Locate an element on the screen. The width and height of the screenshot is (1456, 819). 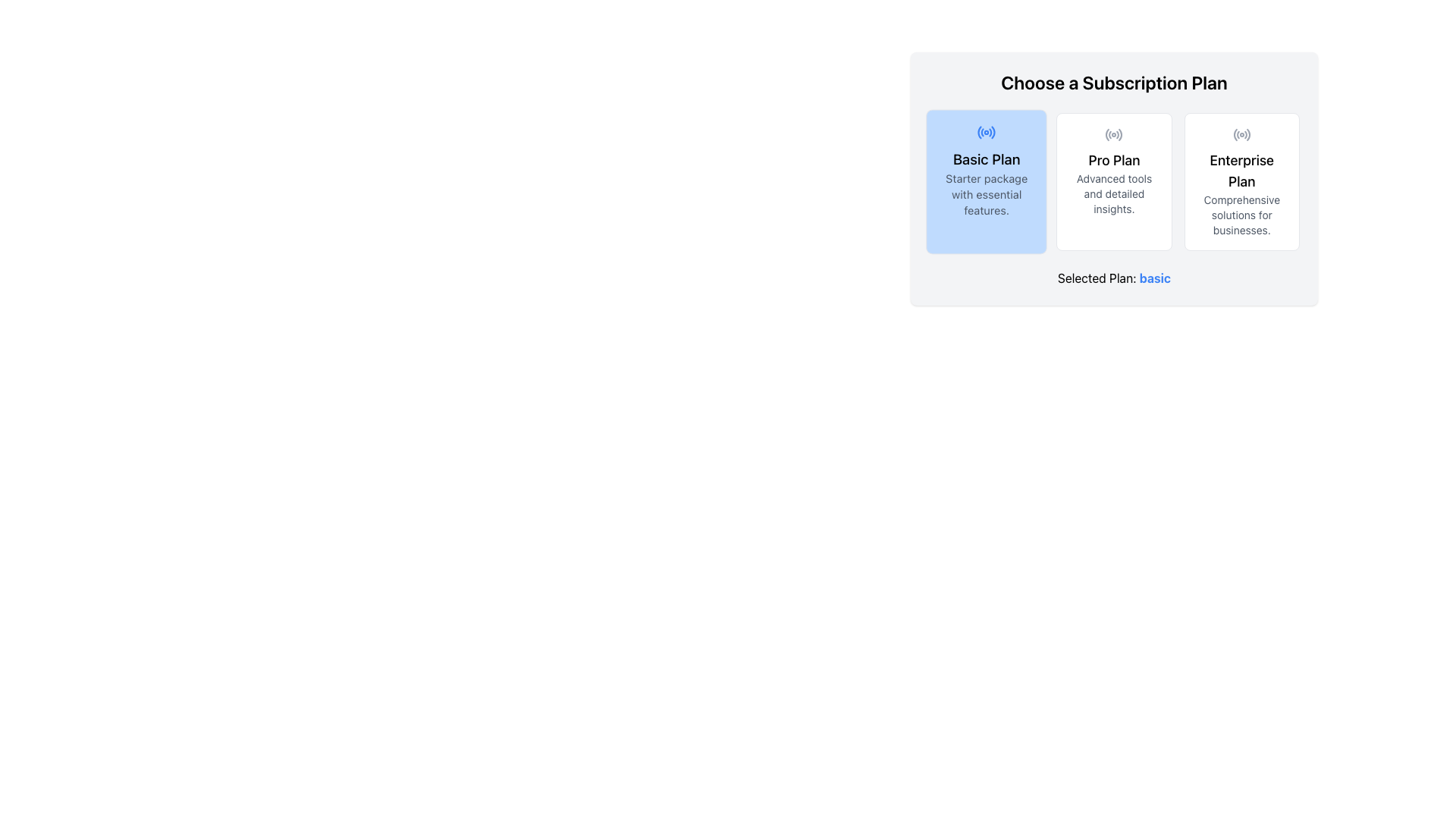
the descriptive text for the 'Pro Plan' subscription plan, which provides additional details about its features is located at coordinates (1114, 193).